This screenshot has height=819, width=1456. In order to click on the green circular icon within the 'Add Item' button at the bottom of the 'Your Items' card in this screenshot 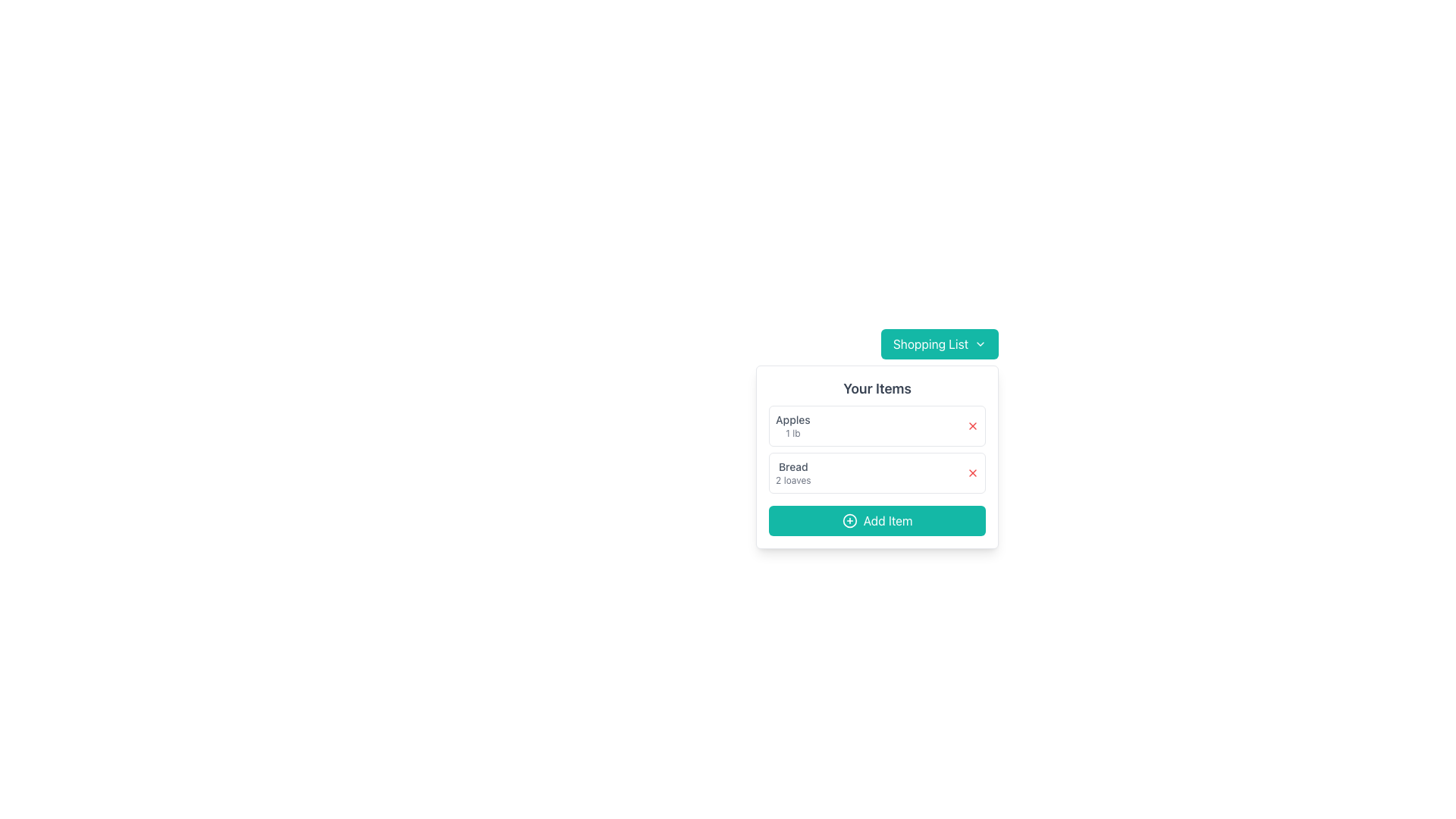, I will do `click(849, 519)`.